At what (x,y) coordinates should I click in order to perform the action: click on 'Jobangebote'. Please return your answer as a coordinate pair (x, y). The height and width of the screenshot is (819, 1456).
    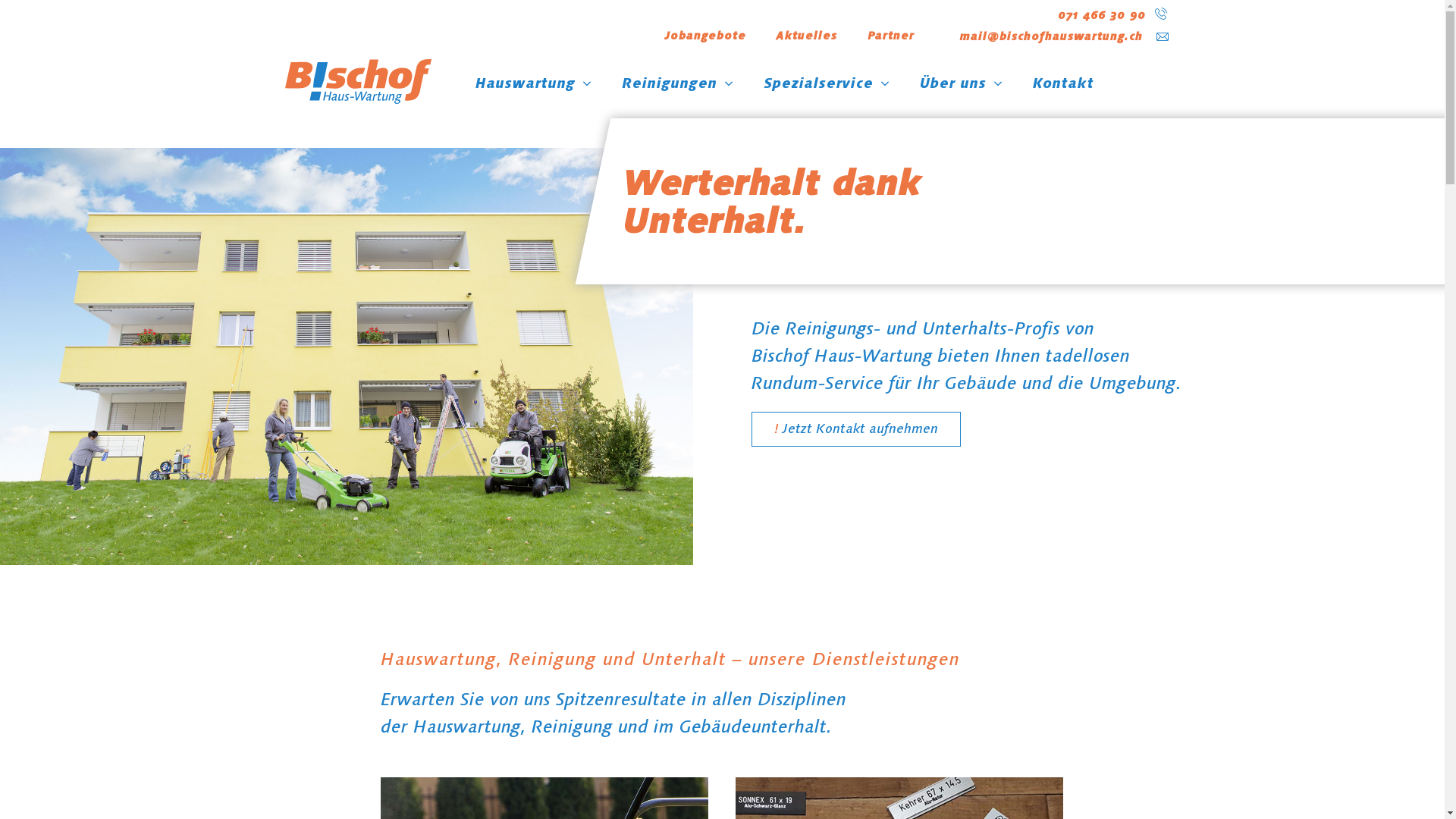
    Looking at the image, I should click on (704, 36).